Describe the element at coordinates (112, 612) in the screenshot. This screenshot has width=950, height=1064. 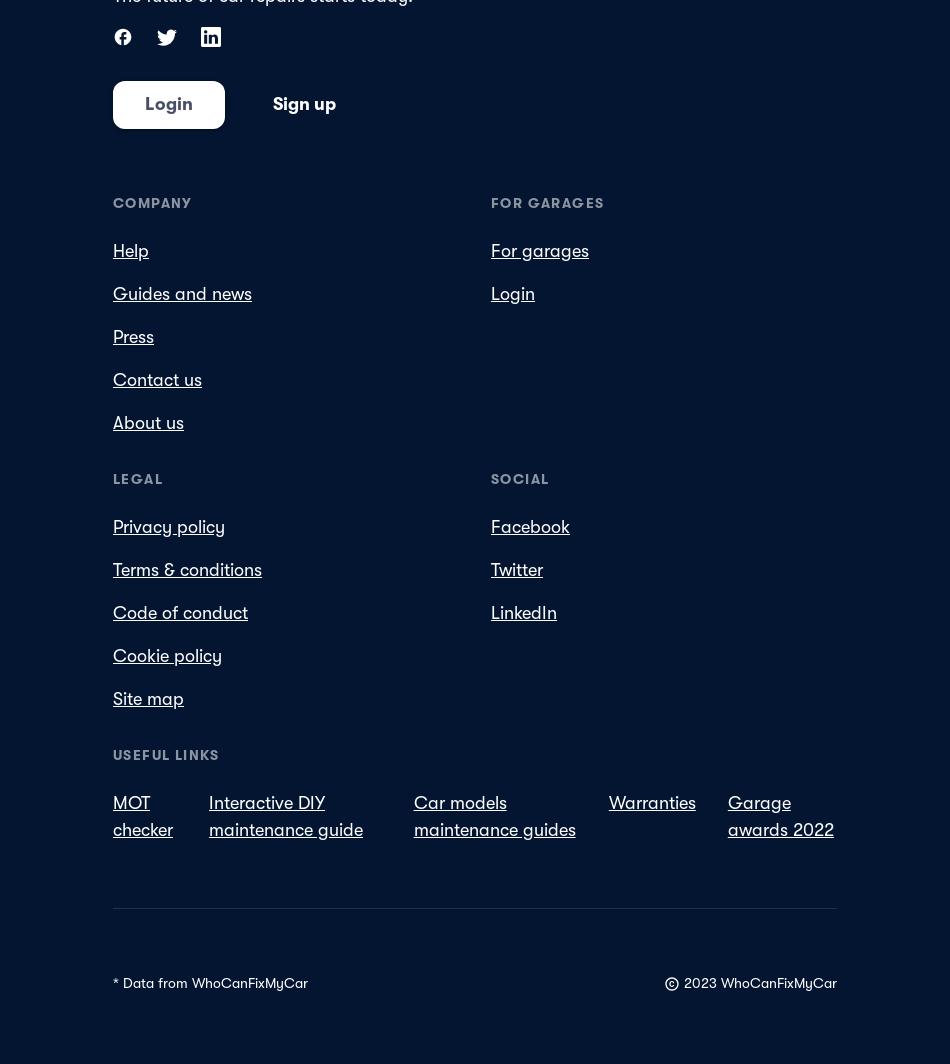
I see `'Code of conduct'` at that location.